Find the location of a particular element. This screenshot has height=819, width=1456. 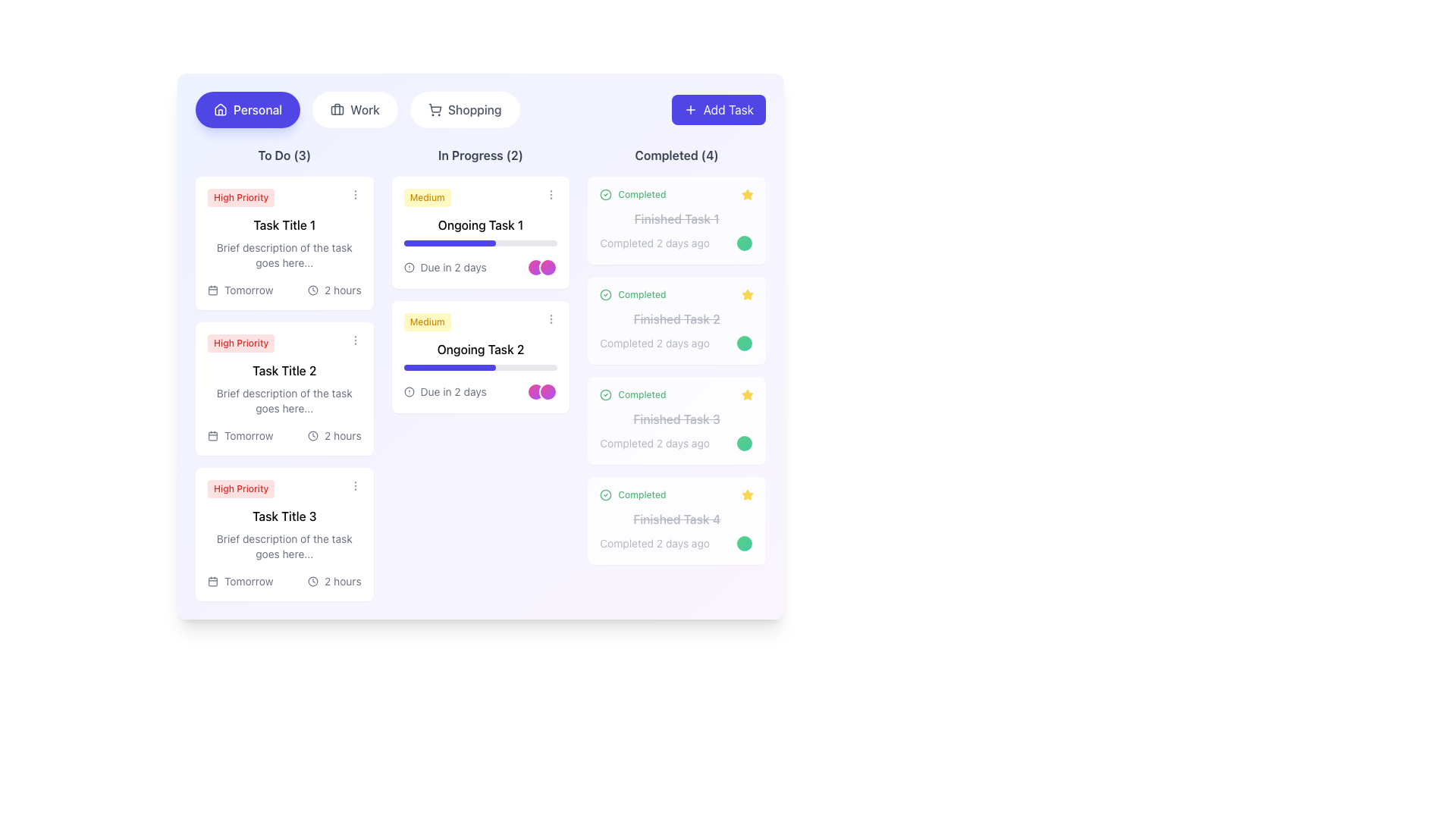

the static text displaying the completion status and time since the task's completion, located near the bottom of the card labeled 'Finished Task 1' in the 'Completed' column is located at coordinates (676, 242).